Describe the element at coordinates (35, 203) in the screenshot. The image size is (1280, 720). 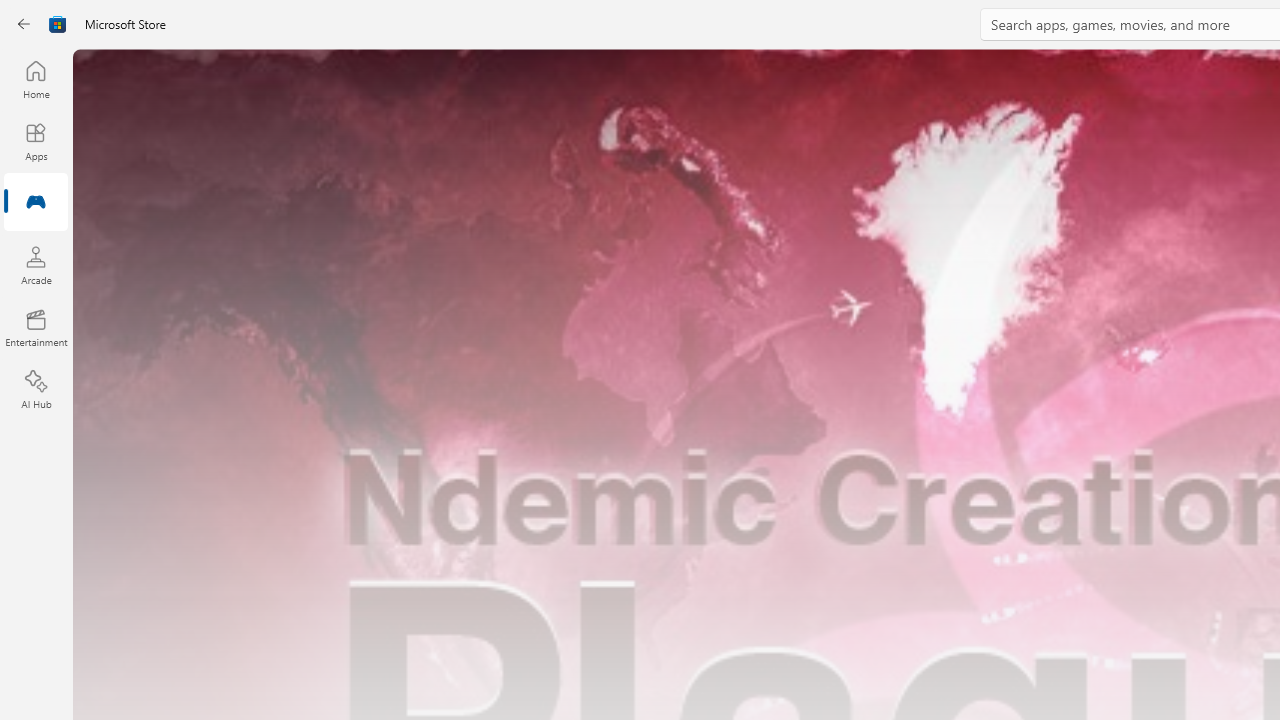
I see `'Gaming'` at that location.